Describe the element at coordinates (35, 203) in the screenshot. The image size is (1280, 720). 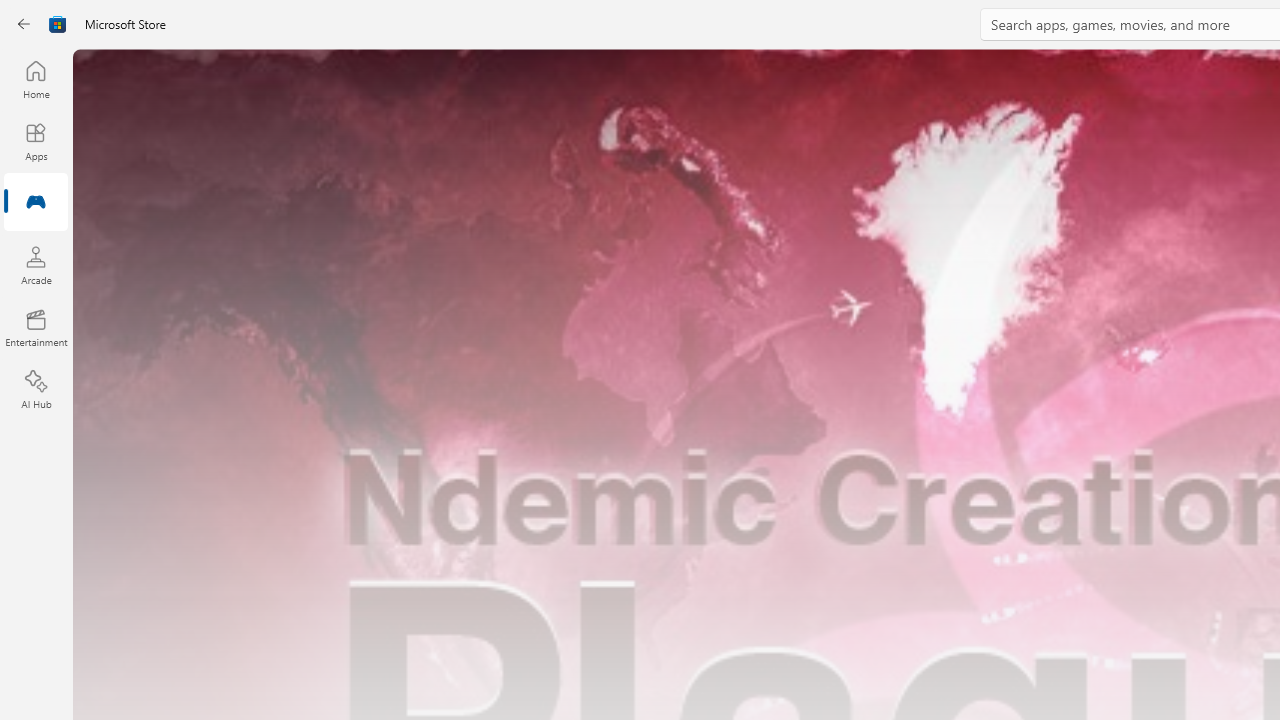
I see `'Gaming'` at that location.